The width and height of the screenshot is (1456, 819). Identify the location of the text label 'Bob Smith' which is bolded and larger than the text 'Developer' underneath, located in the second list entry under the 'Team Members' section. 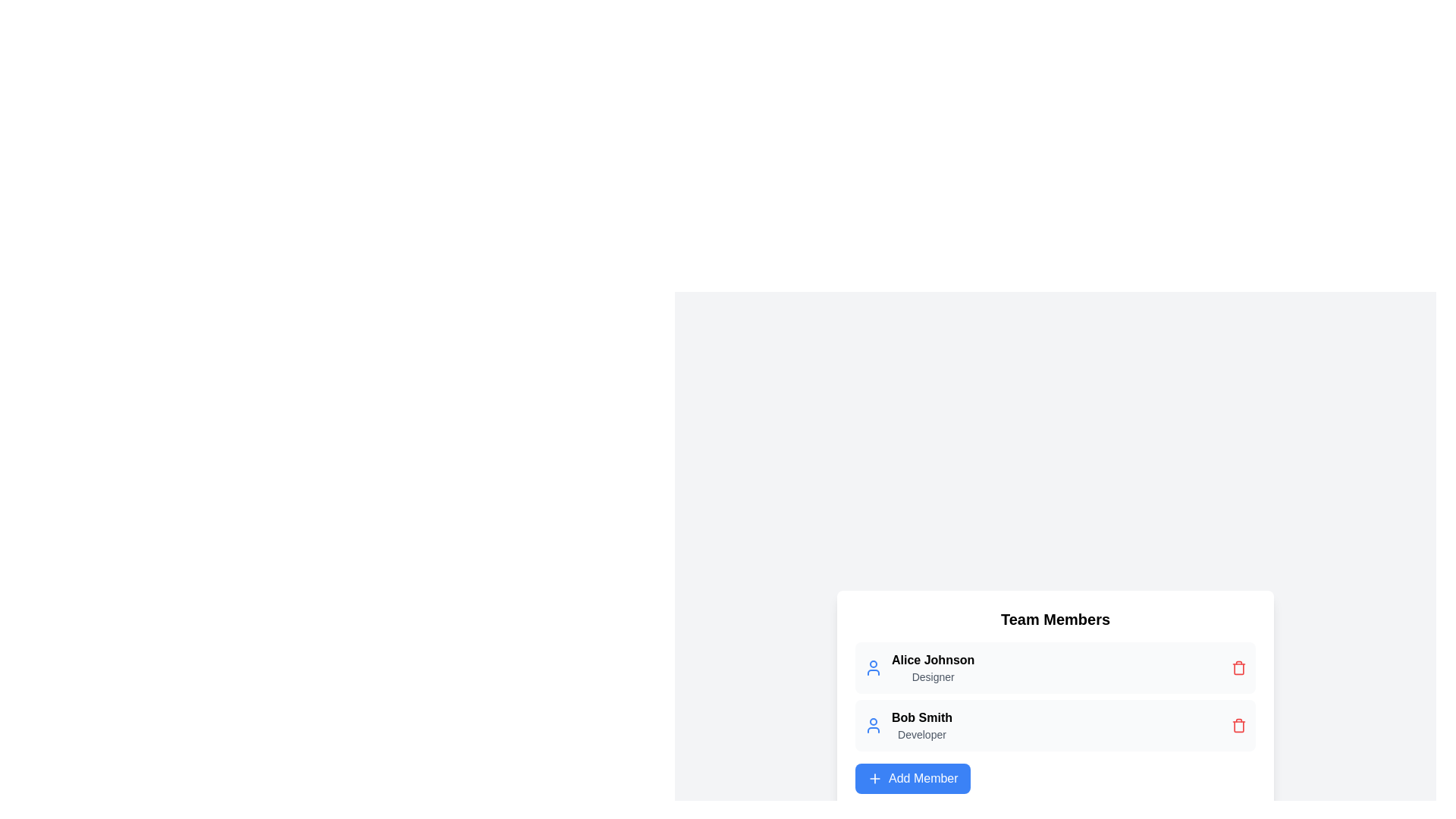
(921, 717).